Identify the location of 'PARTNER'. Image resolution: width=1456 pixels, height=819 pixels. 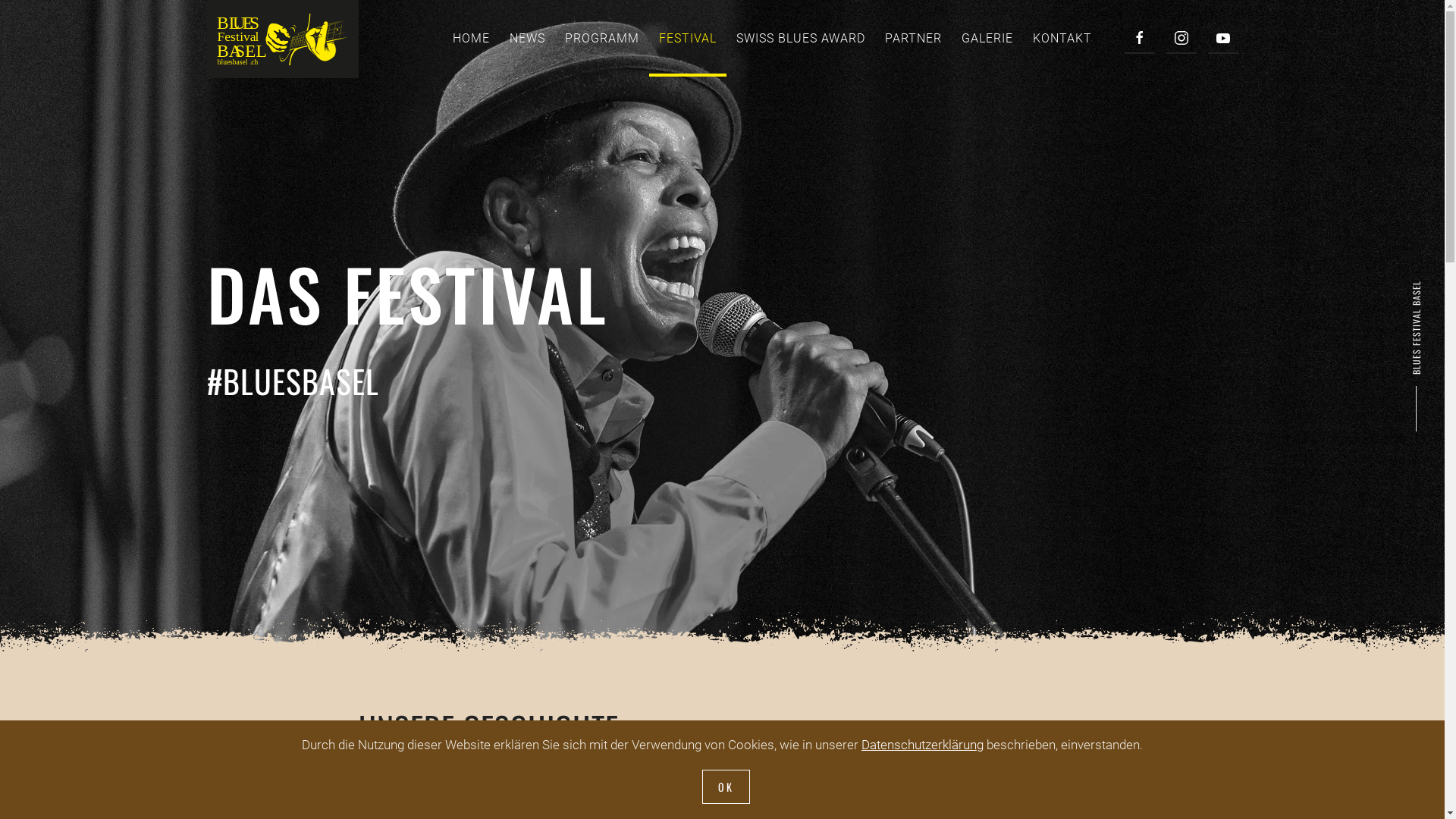
(912, 37).